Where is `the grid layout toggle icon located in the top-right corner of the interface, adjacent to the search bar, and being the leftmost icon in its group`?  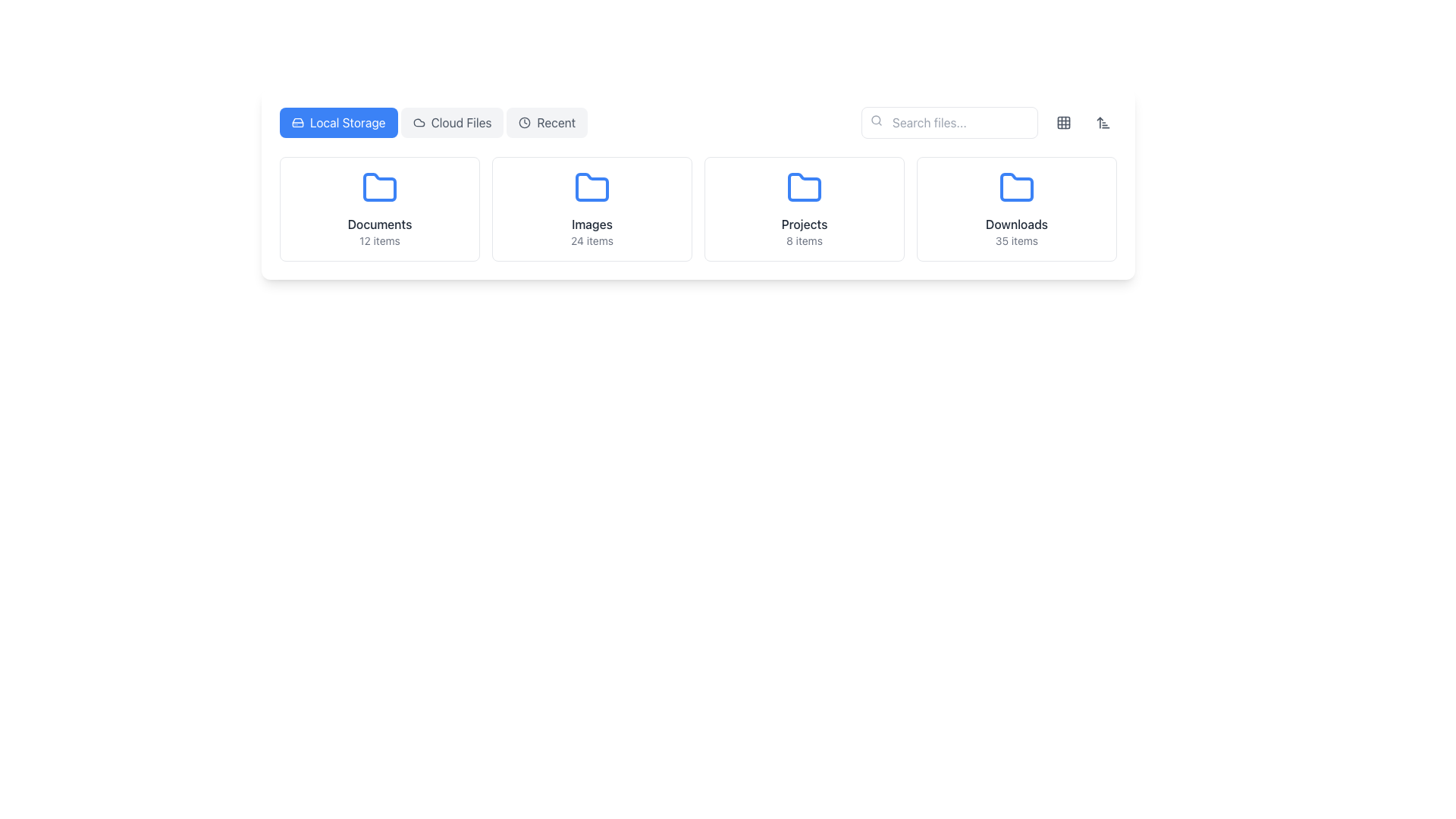 the grid layout toggle icon located in the top-right corner of the interface, adjacent to the search bar, and being the leftmost icon in its group is located at coordinates (1062, 122).